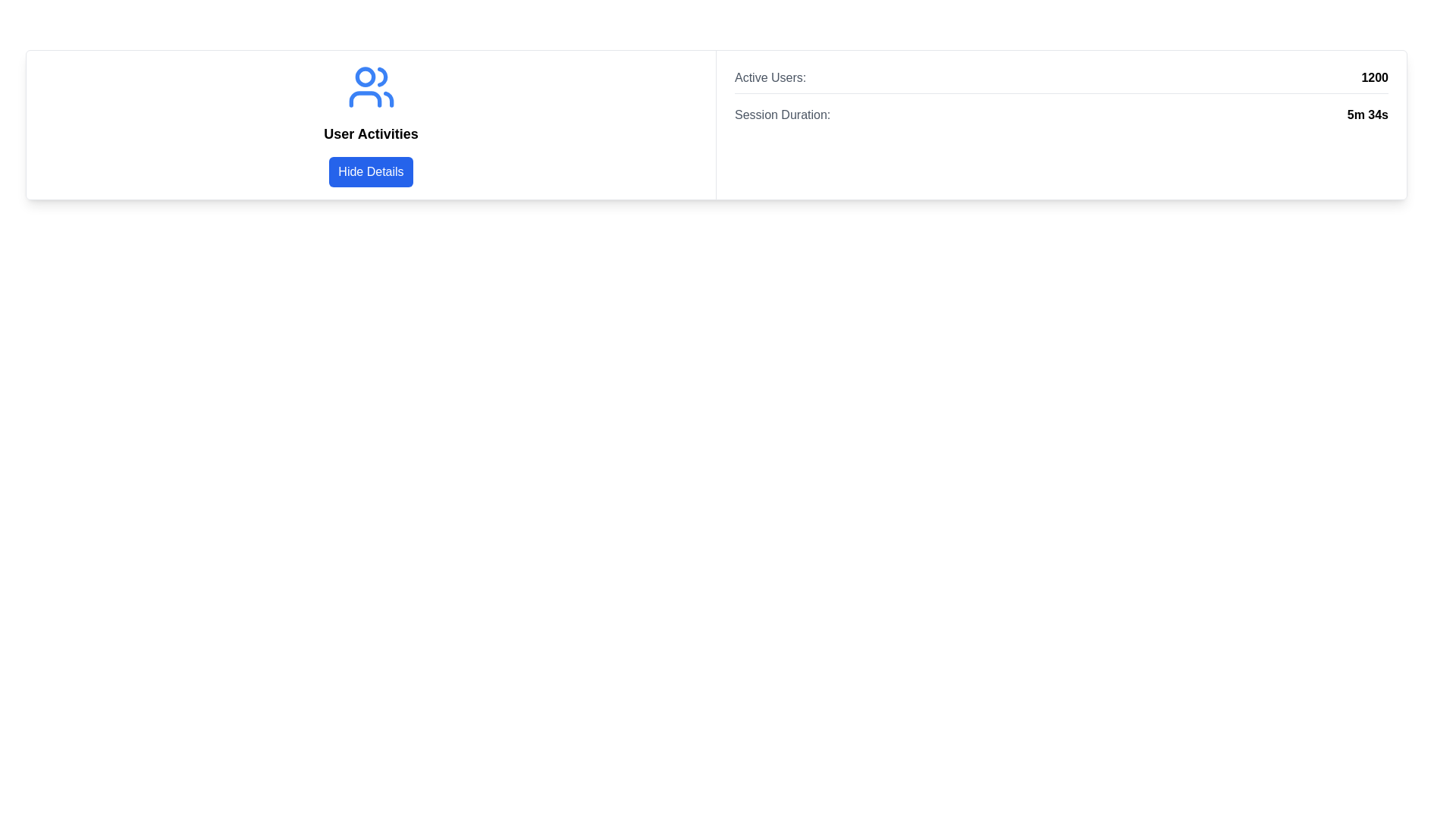 The width and height of the screenshot is (1456, 819). Describe the element at coordinates (371, 87) in the screenshot. I see `the user activities icon located at the top-center region above the 'User Activities' text and centrally aligned to the 'Hide Details' button` at that location.